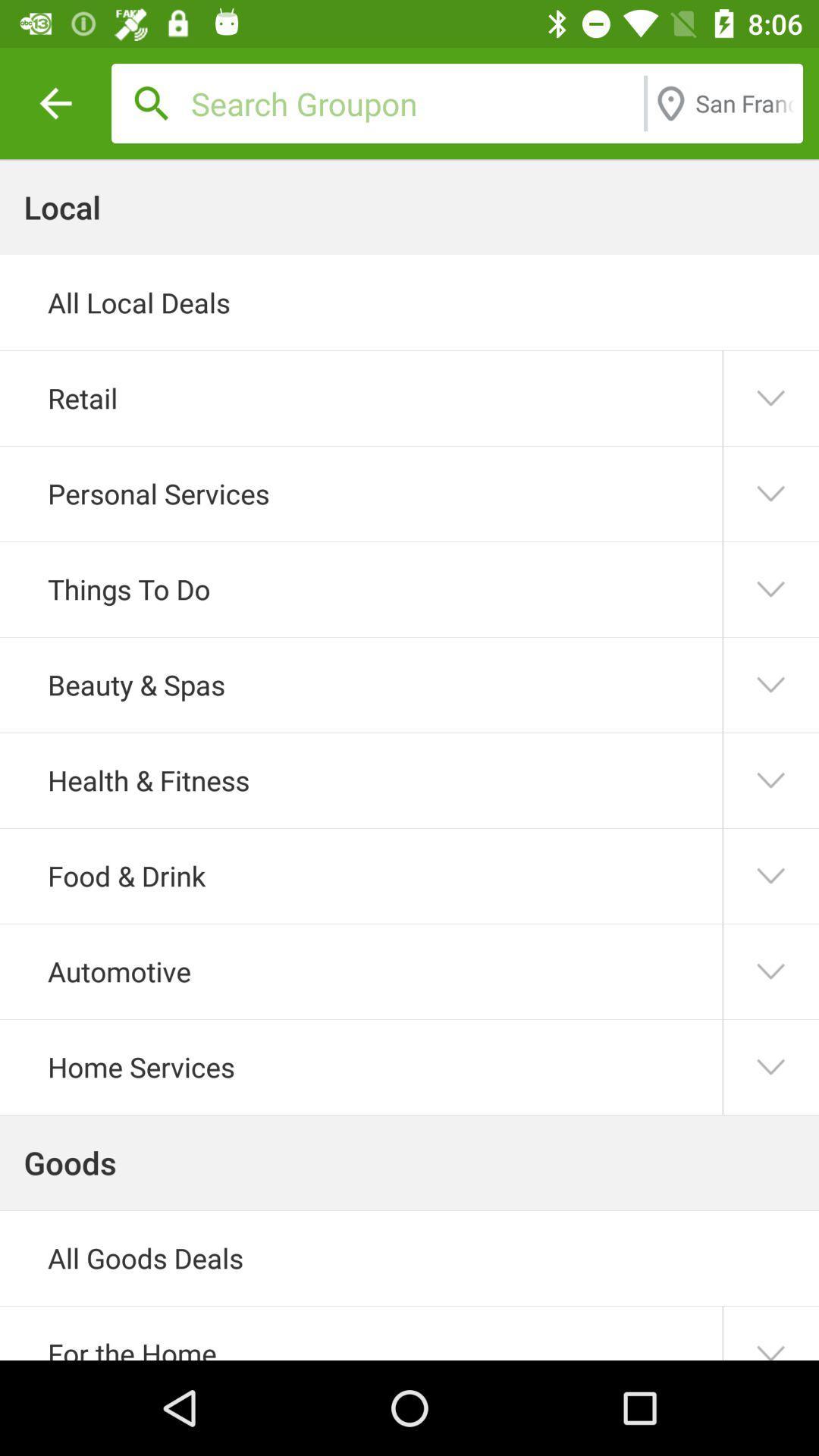 The image size is (819, 1456). Describe the element at coordinates (744, 102) in the screenshot. I see `the san francisco, ca icon` at that location.